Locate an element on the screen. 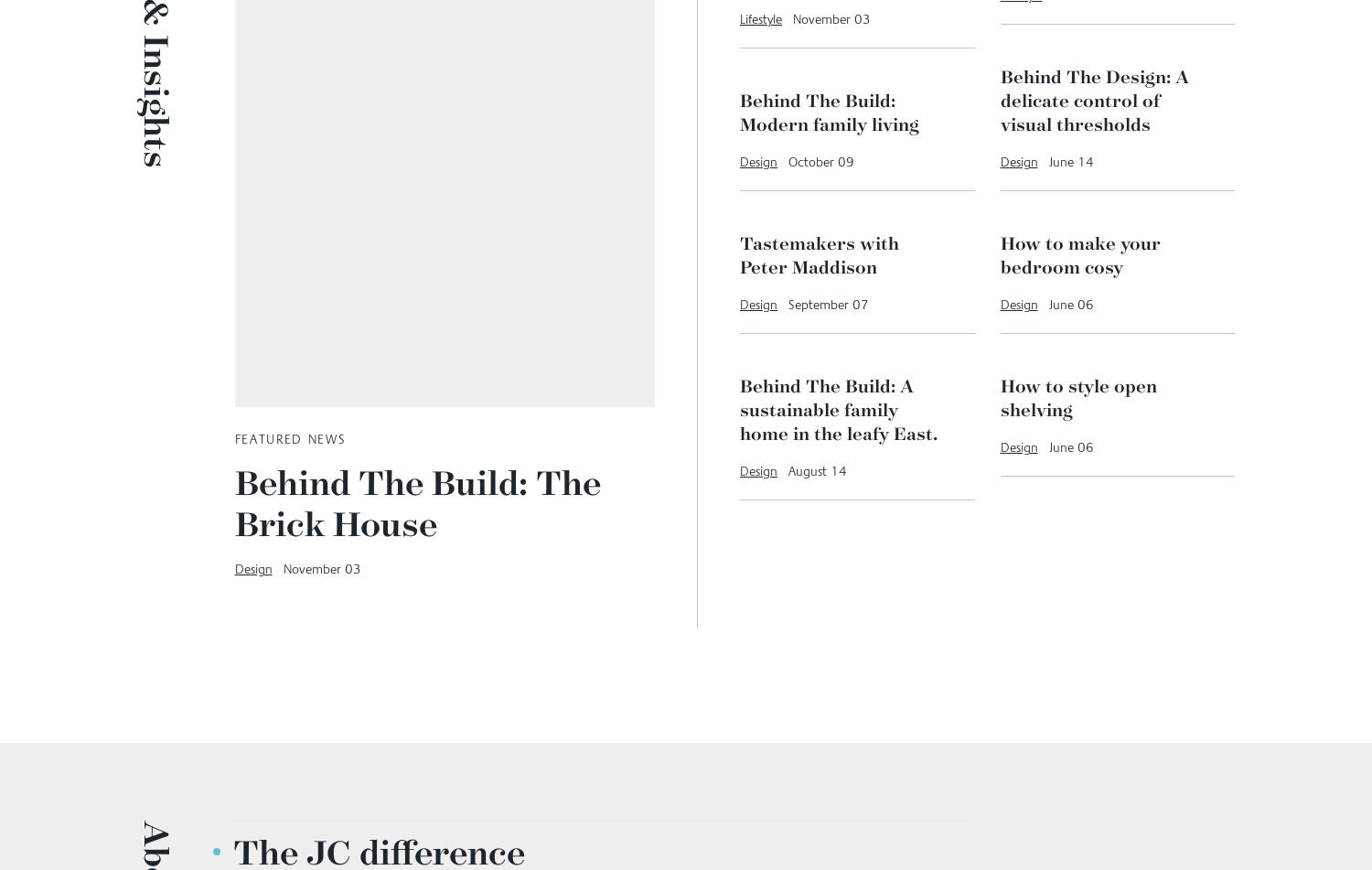 The image size is (1372, 870). 'June 14' is located at coordinates (1048, 396).